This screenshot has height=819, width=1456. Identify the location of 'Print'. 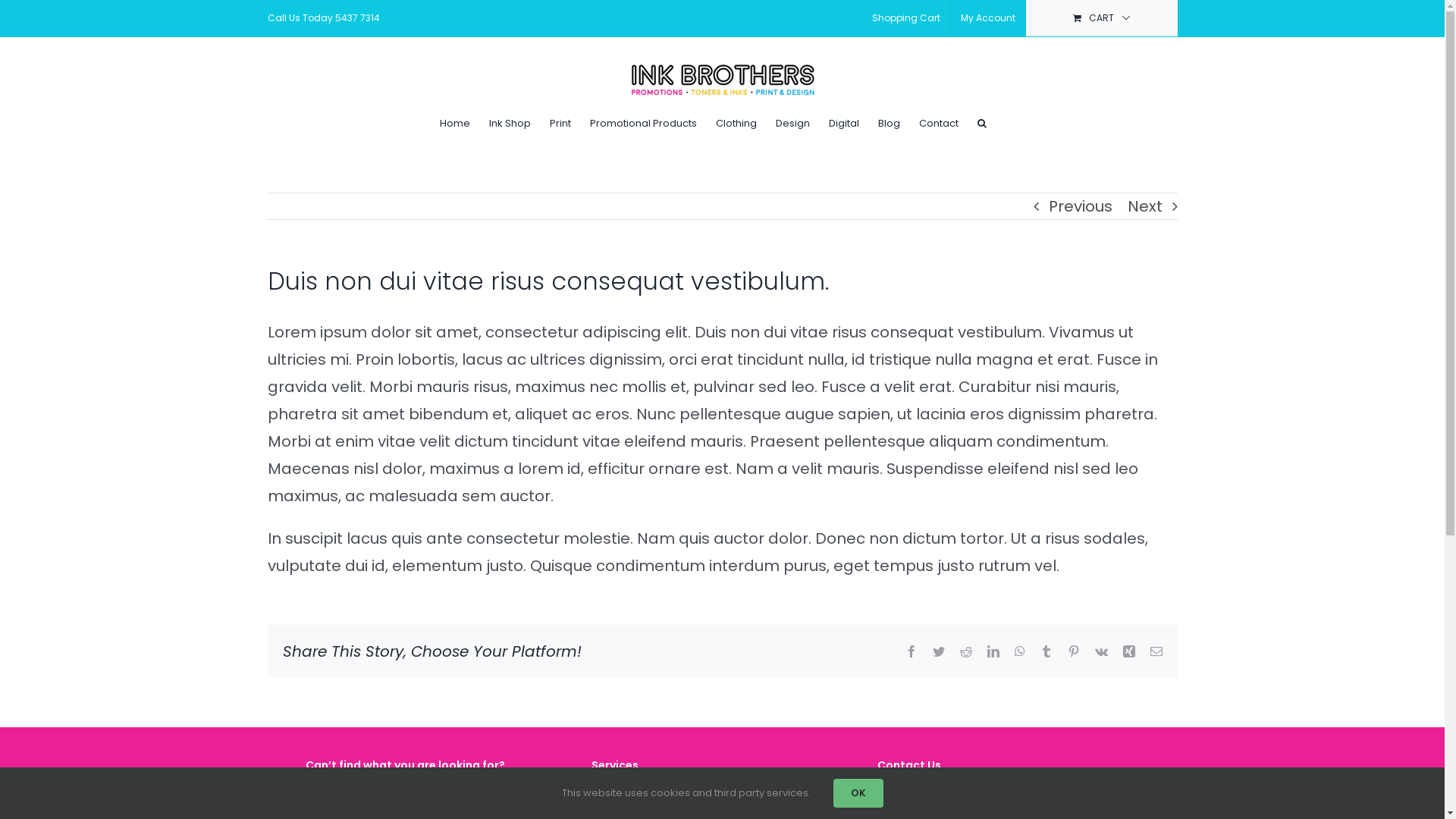
(548, 122).